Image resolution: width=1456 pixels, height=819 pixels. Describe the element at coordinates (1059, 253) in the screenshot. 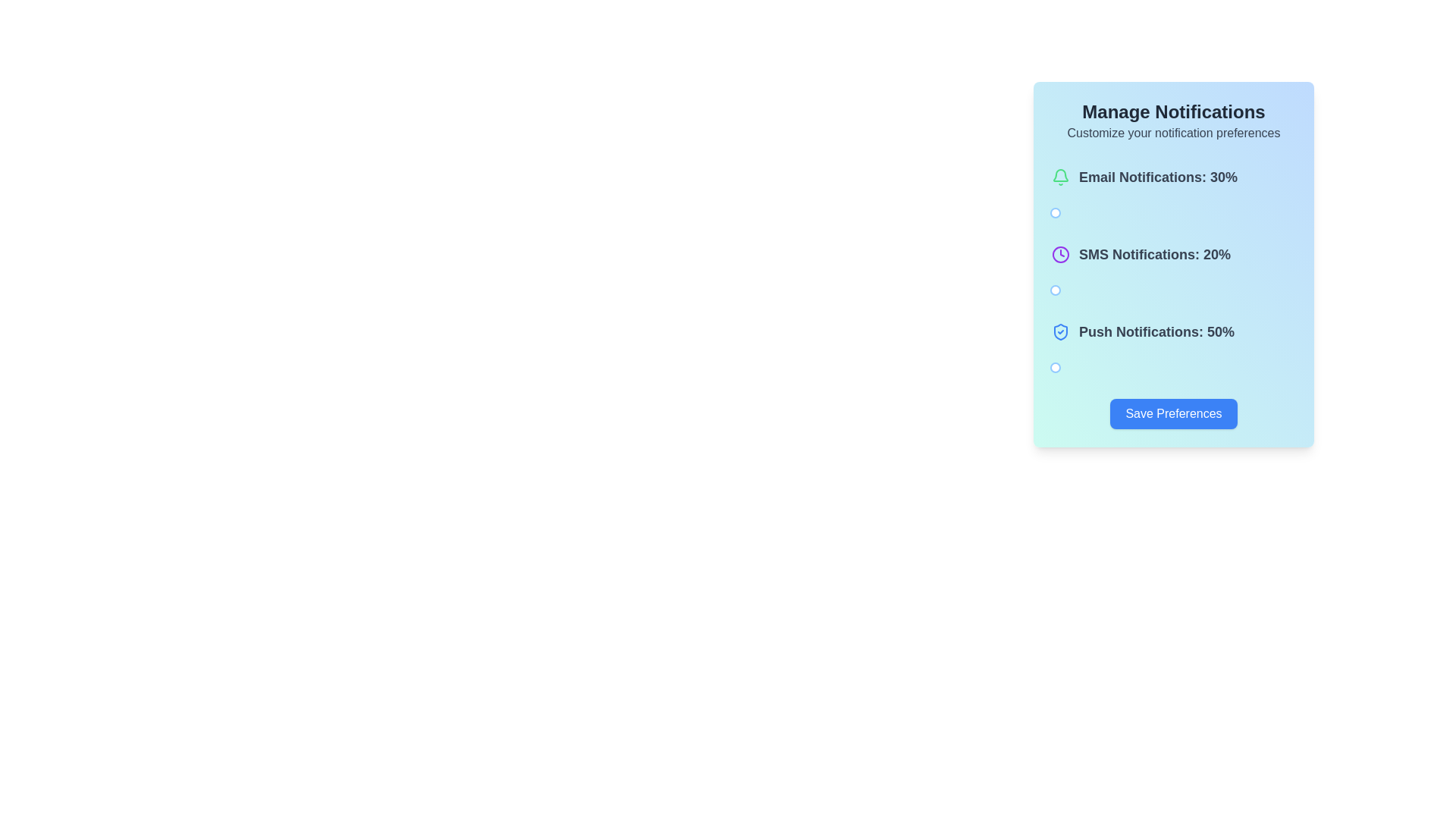

I see `the time or scheduling icon located to the left of the text 'SMS Notifications: 20%' within the notification preference card` at that location.